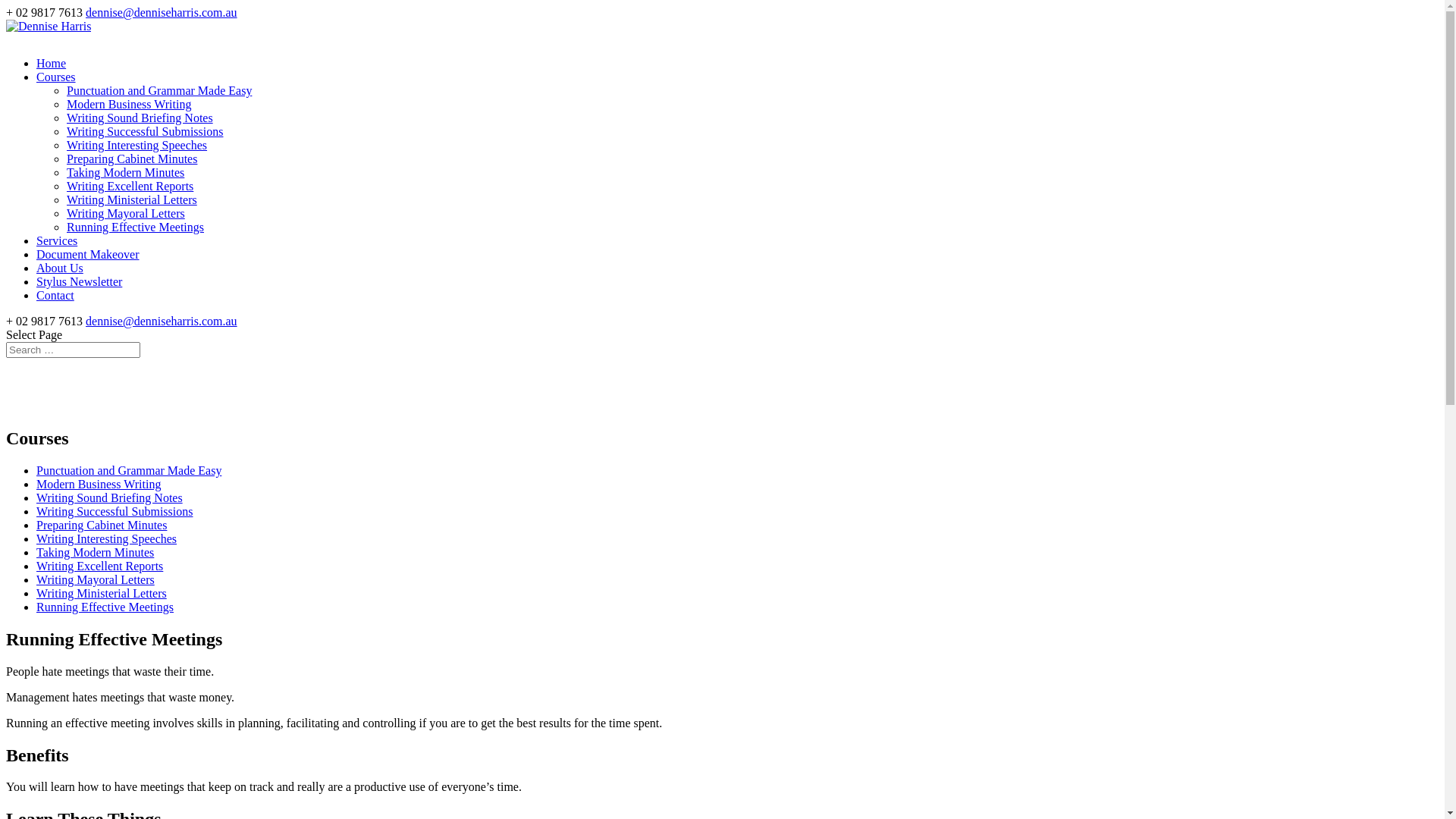  What do you see at coordinates (72, 350) in the screenshot?
I see `'Search for:'` at bounding box center [72, 350].